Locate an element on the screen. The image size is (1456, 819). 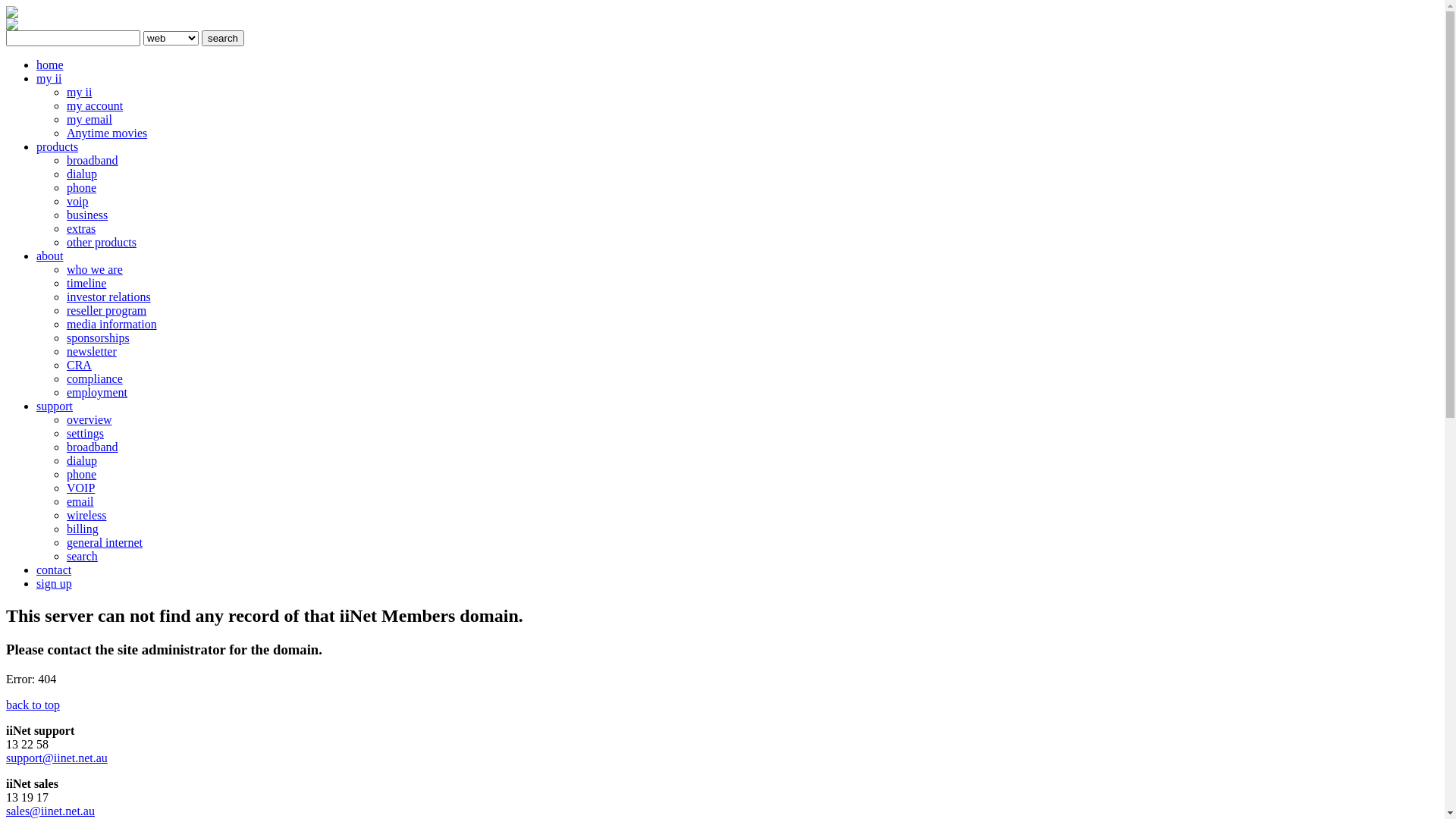
'sponsorships' is located at coordinates (97, 337).